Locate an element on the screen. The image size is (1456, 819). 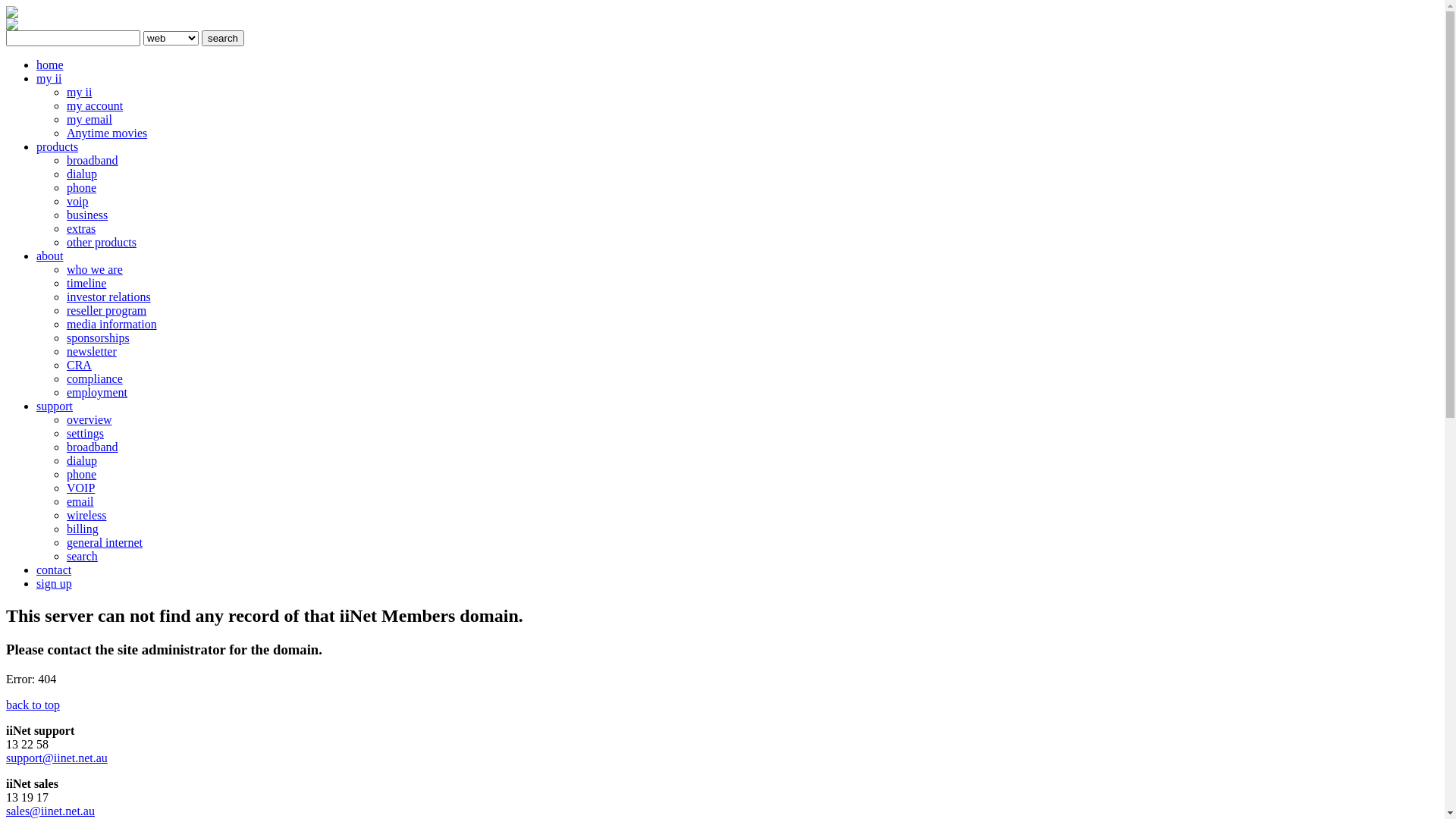
'sponsorships' is located at coordinates (97, 337).